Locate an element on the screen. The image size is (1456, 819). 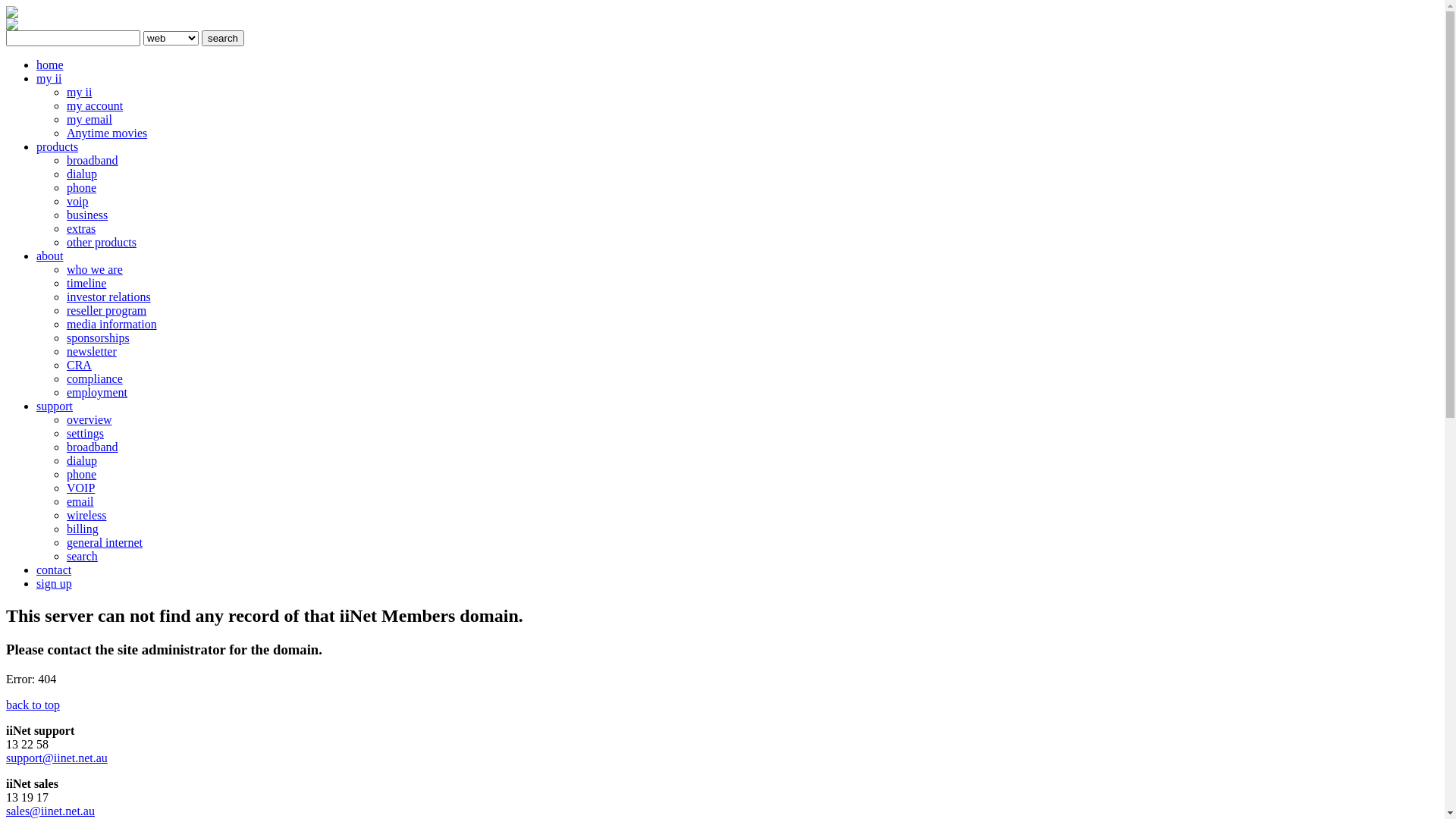
'sponsorships' is located at coordinates (97, 337).